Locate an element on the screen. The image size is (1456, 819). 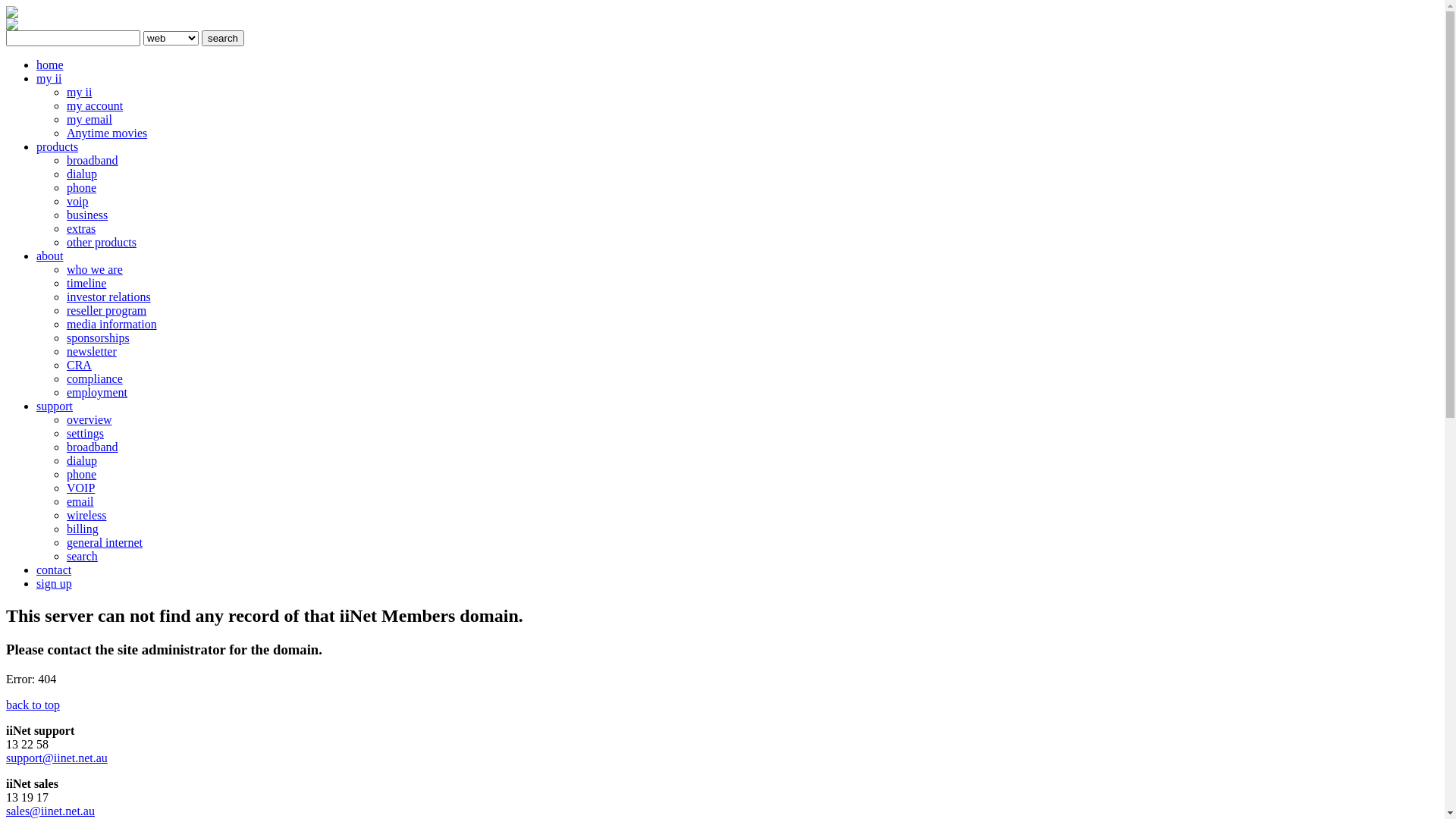
'sponsorships' is located at coordinates (97, 337).